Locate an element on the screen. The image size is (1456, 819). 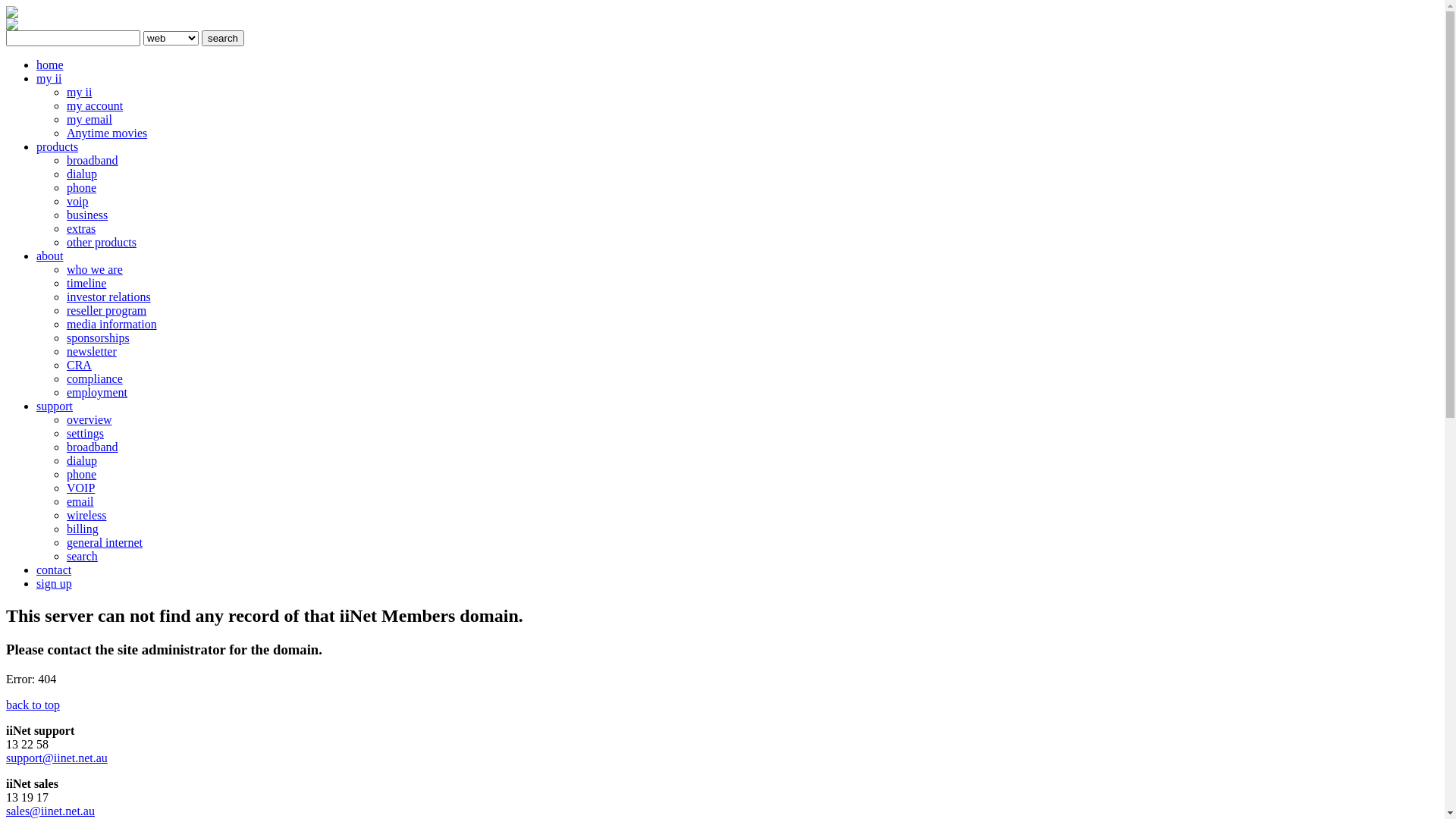
'sponsorships' is located at coordinates (97, 337).